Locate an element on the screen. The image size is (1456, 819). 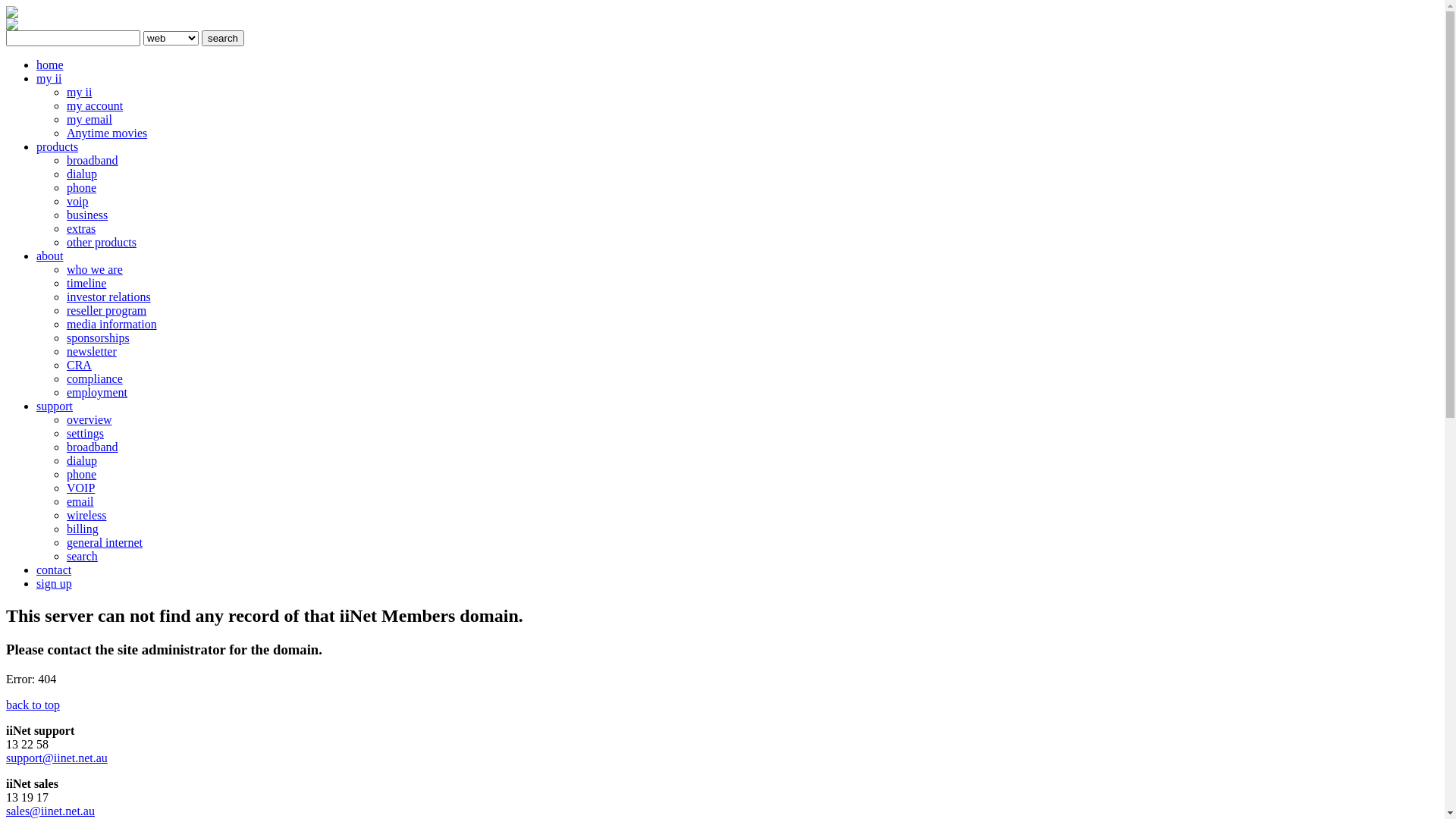
'sponsorships' is located at coordinates (97, 337).